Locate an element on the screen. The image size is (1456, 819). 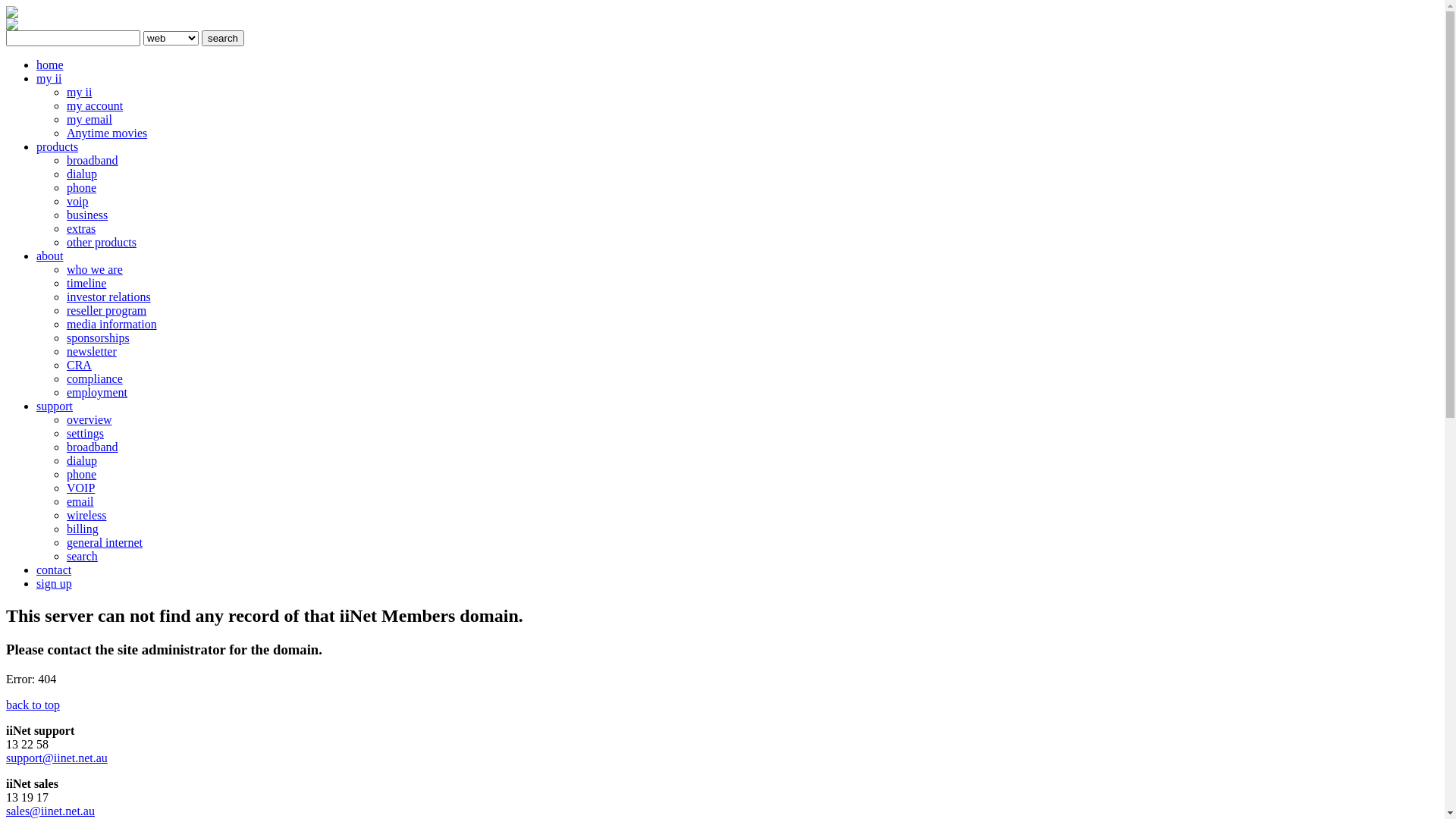
'sponsorships' is located at coordinates (97, 337).